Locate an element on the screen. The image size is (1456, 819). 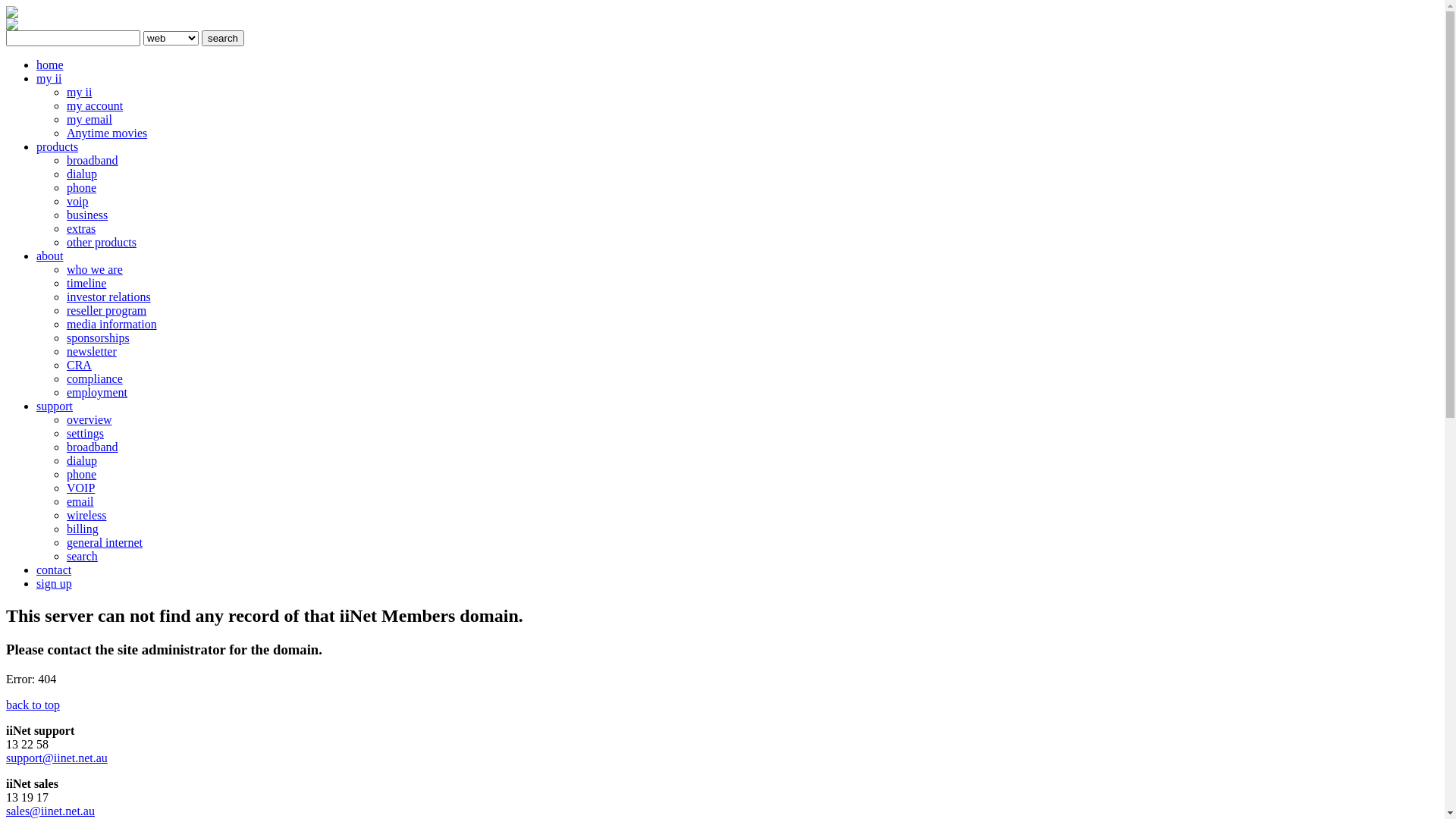
'sponsorships' is located at coordinates (97, 337).